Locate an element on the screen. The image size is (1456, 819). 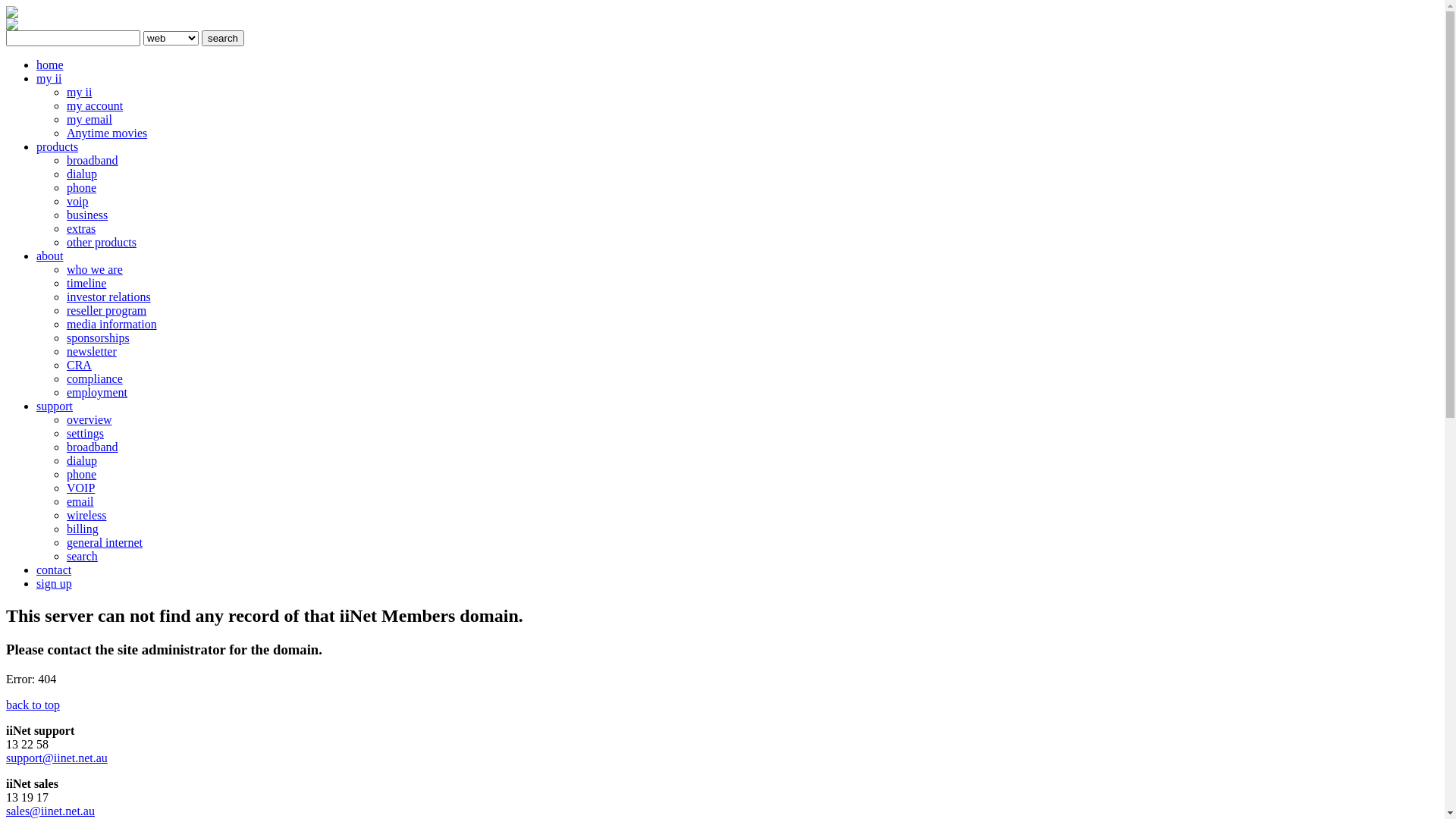
'sponsorships' is located at coordinates (97, 337).